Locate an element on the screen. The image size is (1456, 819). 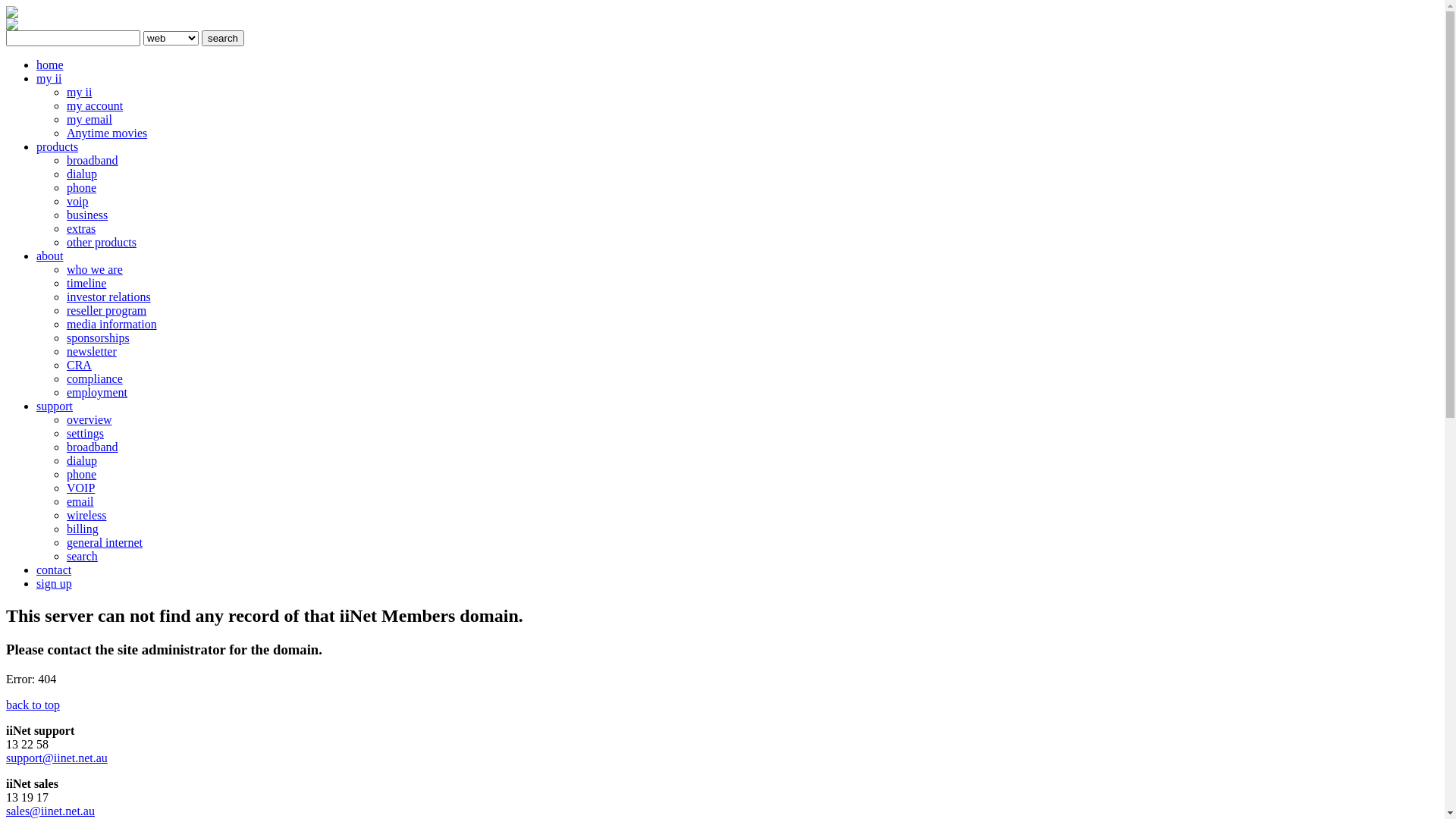
'sponsorships' is located at coordinates (97, 337).